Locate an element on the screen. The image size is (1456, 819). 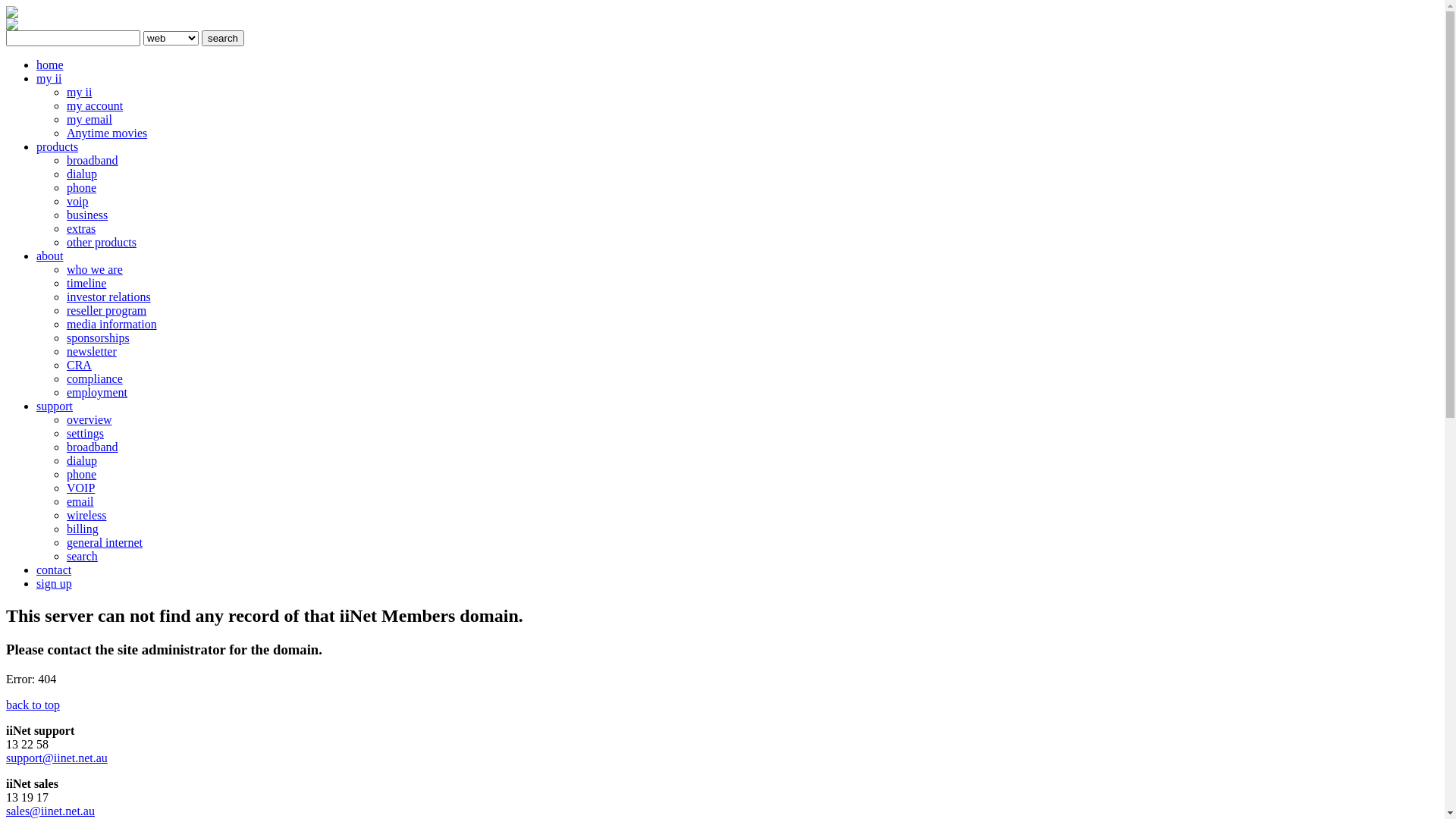
'sponsorships' is located at coordinates (97, 337).